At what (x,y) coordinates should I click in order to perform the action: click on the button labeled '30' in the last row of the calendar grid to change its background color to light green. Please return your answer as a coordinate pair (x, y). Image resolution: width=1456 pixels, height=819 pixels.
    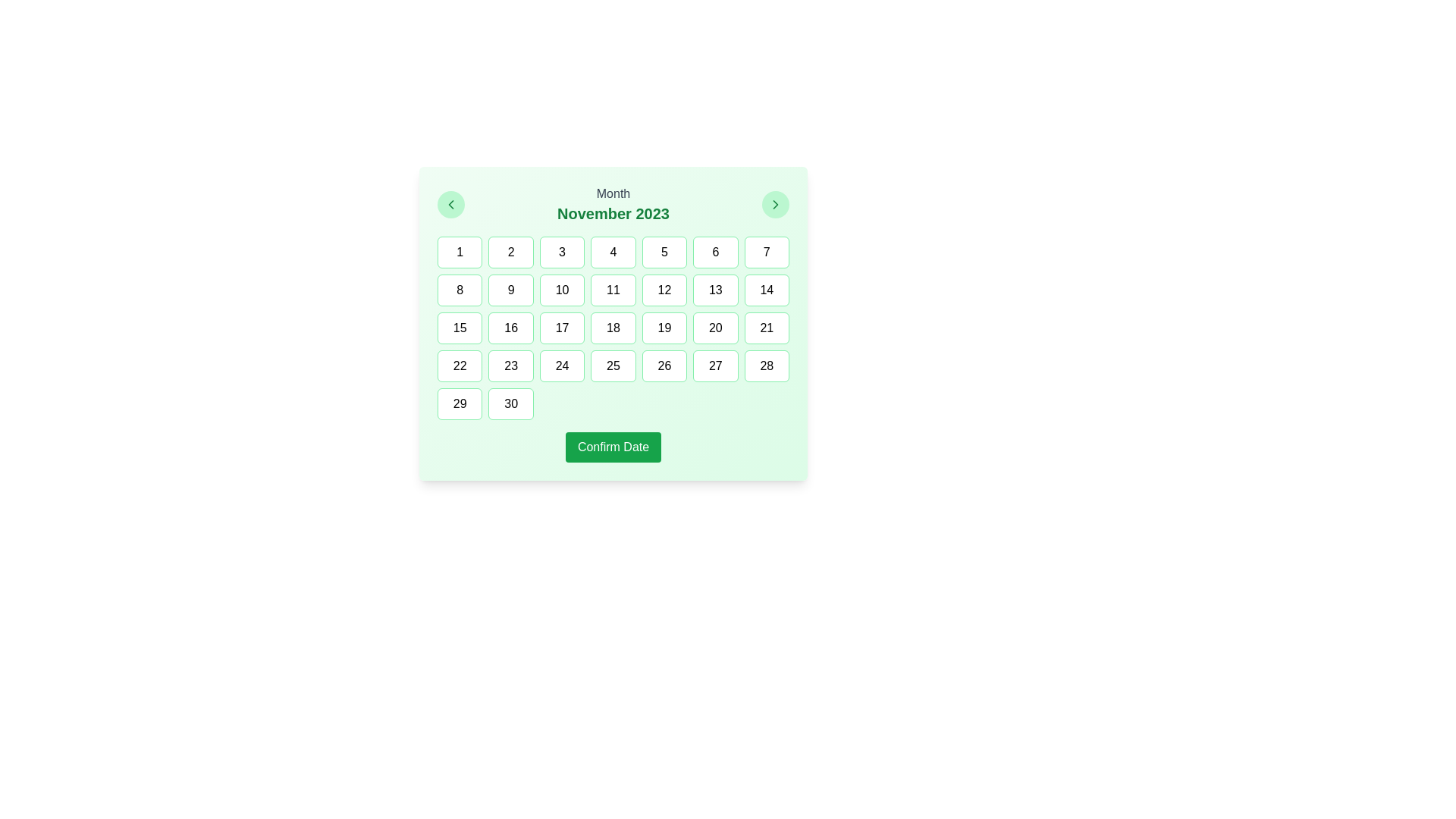
    Looking at the image, I should click on (511, 403).